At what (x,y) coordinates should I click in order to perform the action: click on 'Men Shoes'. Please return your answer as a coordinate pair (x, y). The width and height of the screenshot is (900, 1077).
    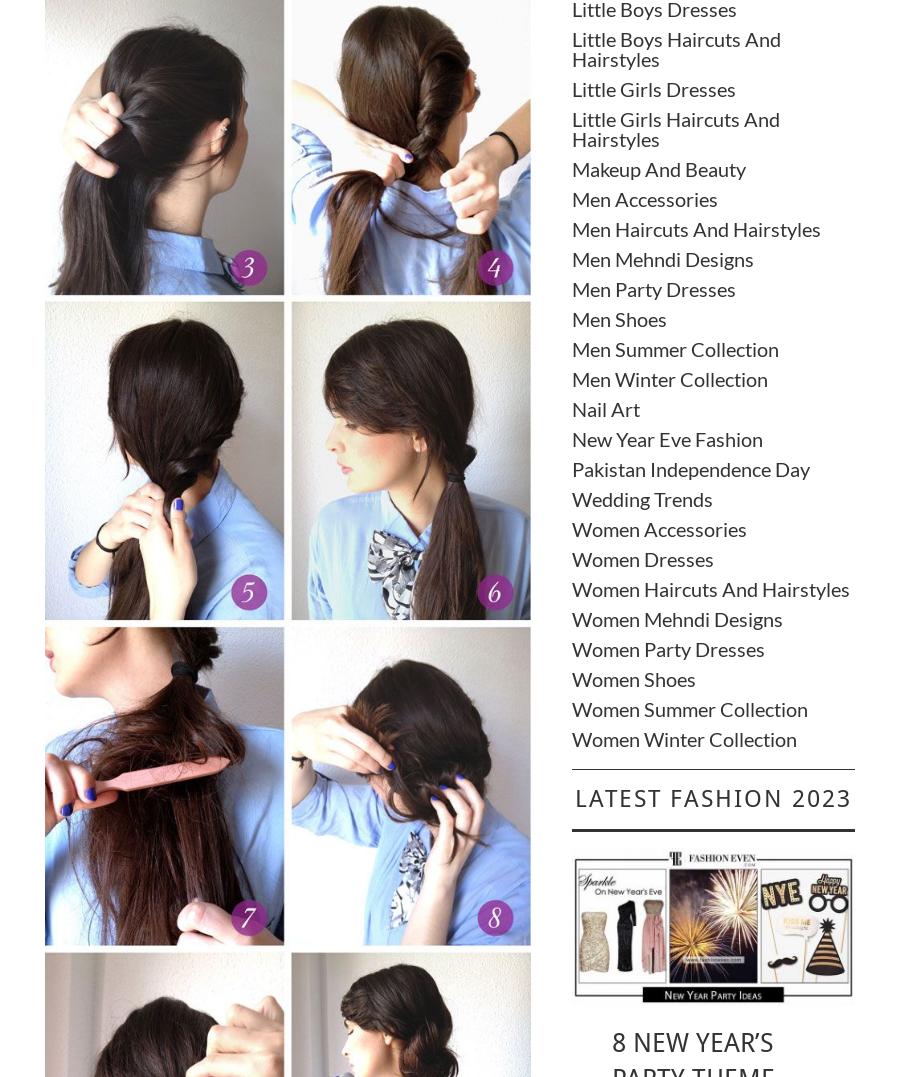
    Looking at the image, I should click on (618, 318).